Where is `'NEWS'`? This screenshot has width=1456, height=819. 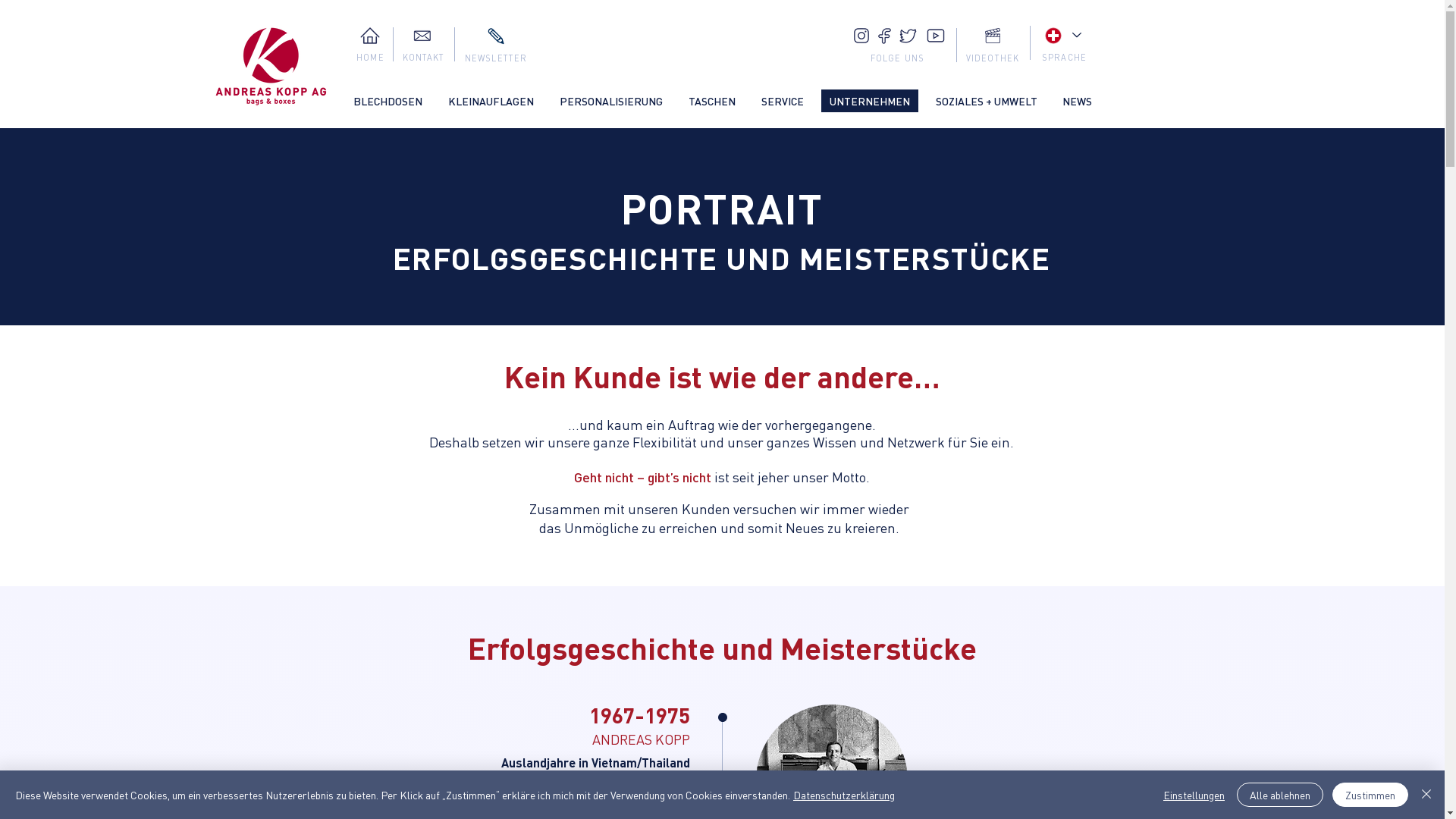 'NEWS' is located at coordinates (1076, 100).